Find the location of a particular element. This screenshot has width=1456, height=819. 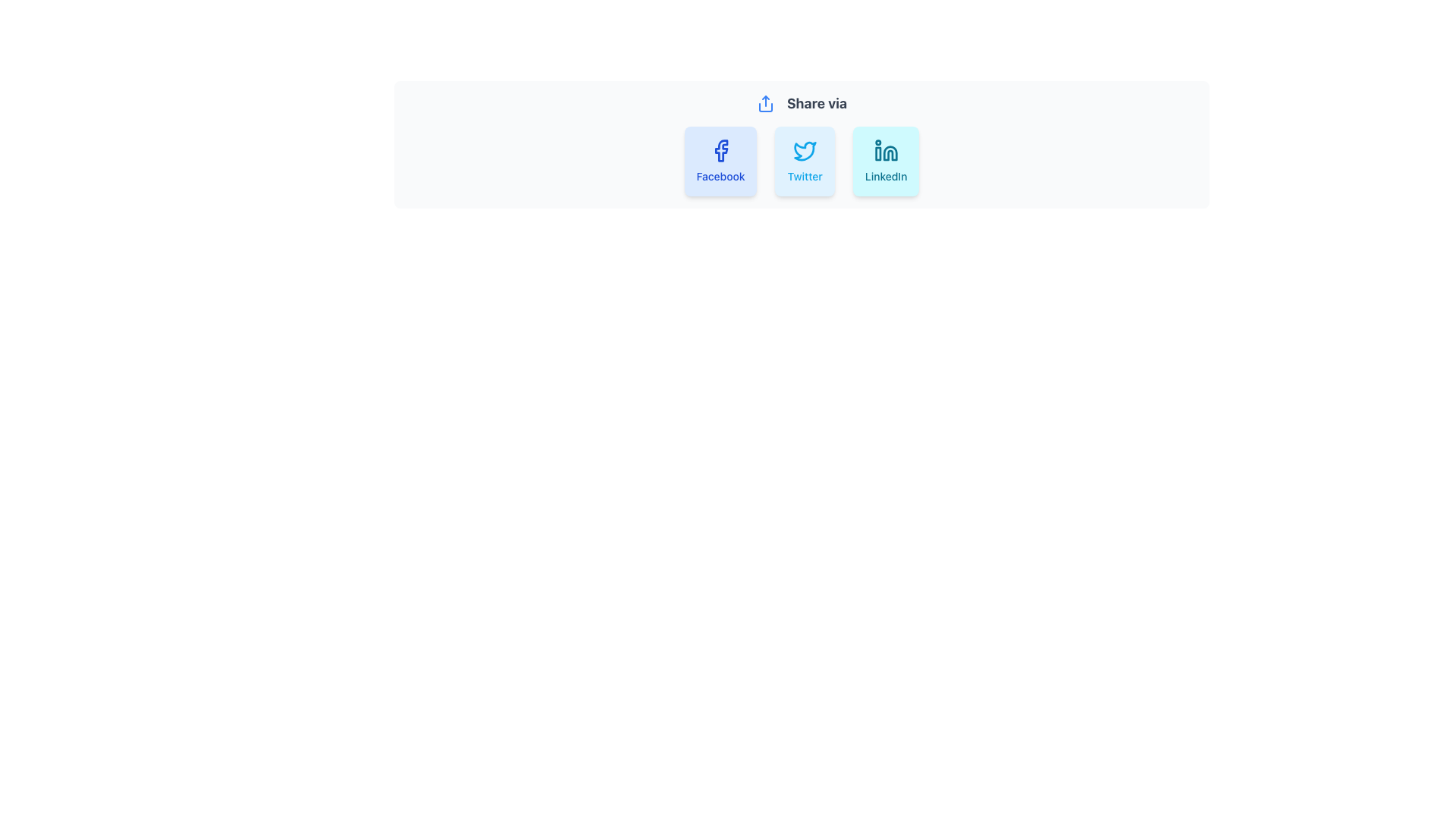

the LinkedIn icon, which is a cyan blue 'in' symbol located at the top center of the LinkedIn share button group is located at coordinates (886, 151).